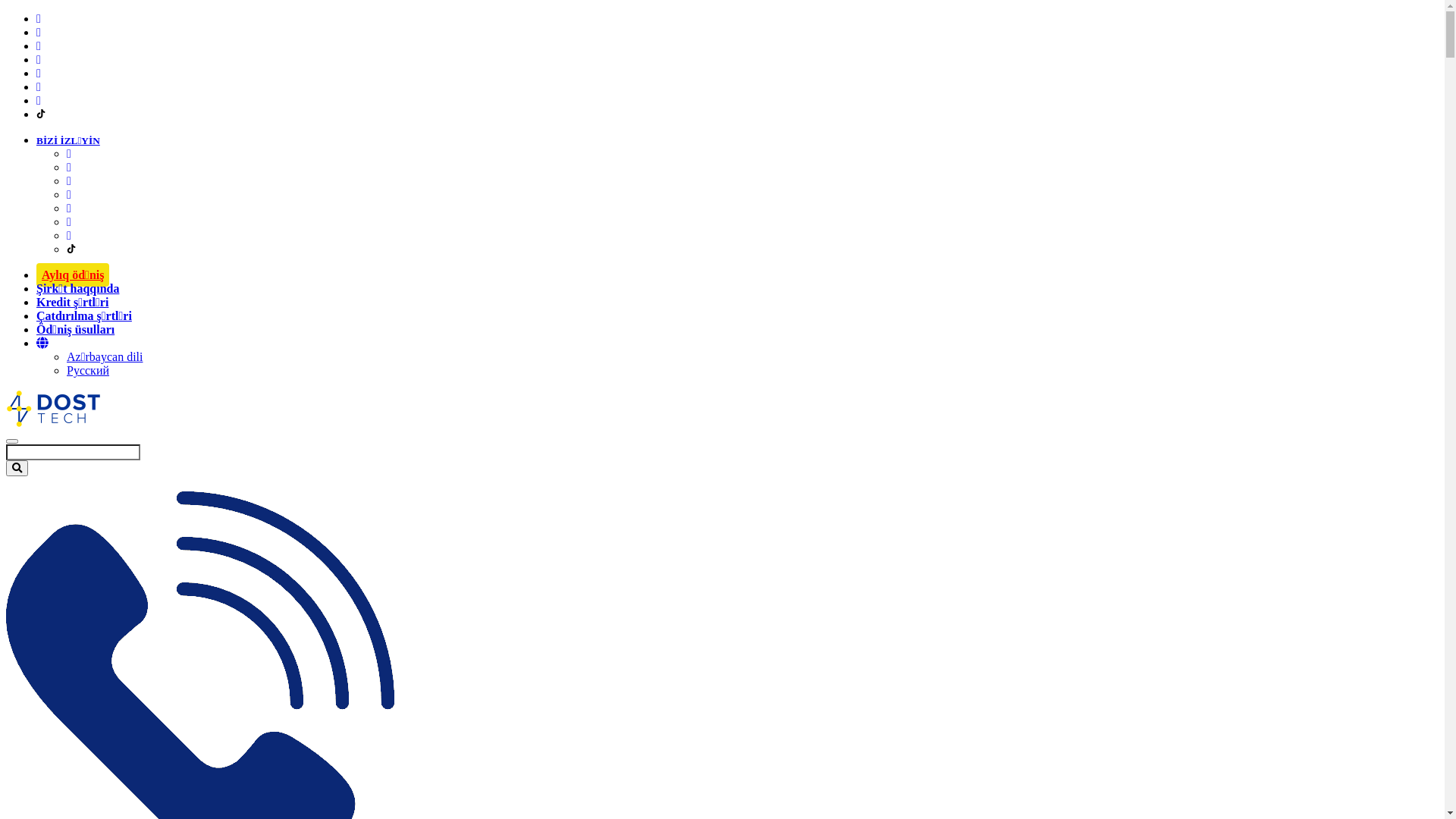 This screenshot has width=1456, height=819. What do you see at coordinates (39, 73) in the screenshot?
I see `'Whatsapp'` at bounding box center [39, 73].